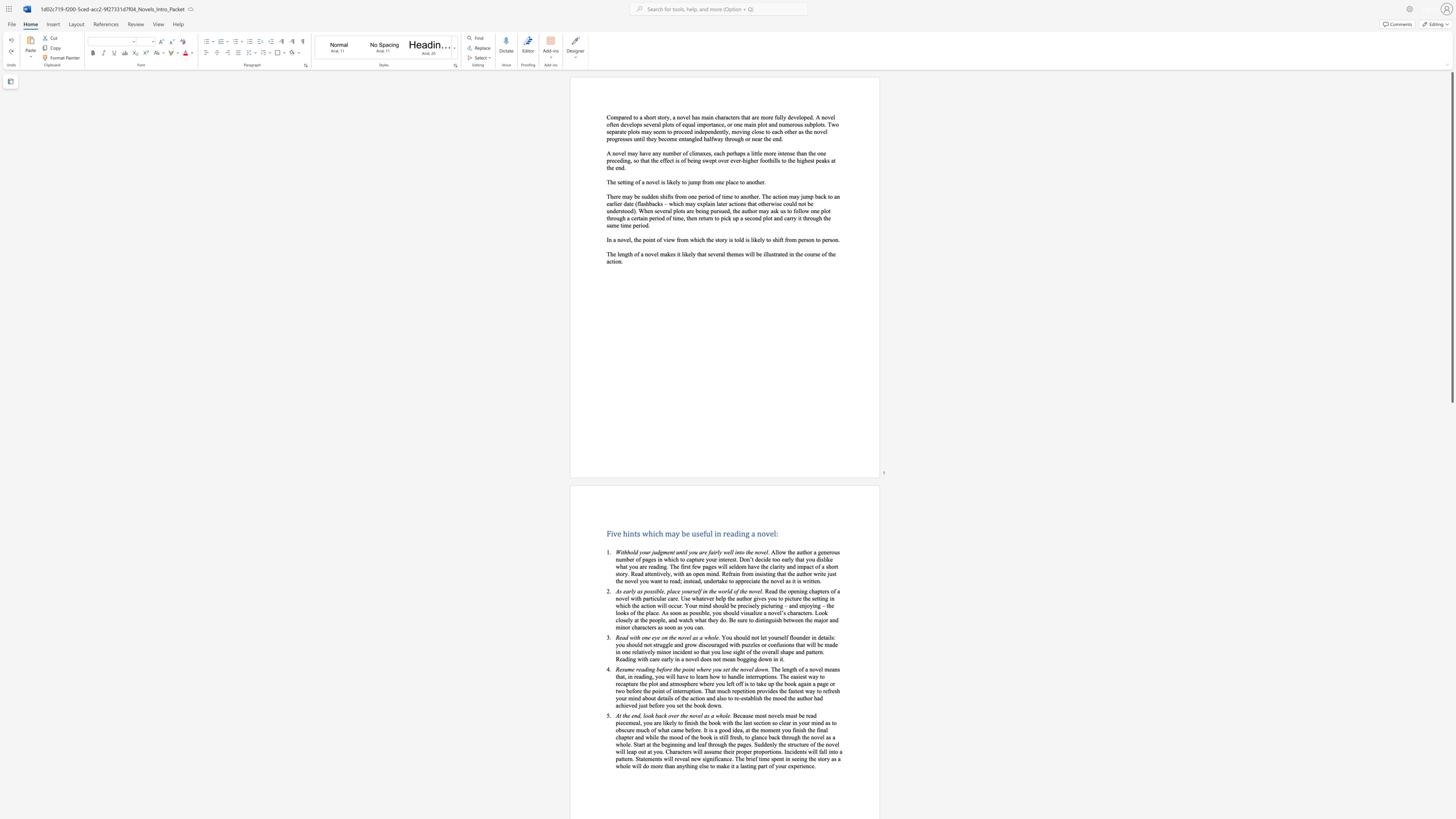 This screenshot has height=819, width=1456. I want to click on the subset text "ber of climaxes, each perhaps a little more intense than t" within the text "A novel may have any number of climaxes, each perhaps a little more intense than the one preceding, so that the effect is of being swept over ever-higher foothills to the highest peaks at the end.", so click(673, 153).